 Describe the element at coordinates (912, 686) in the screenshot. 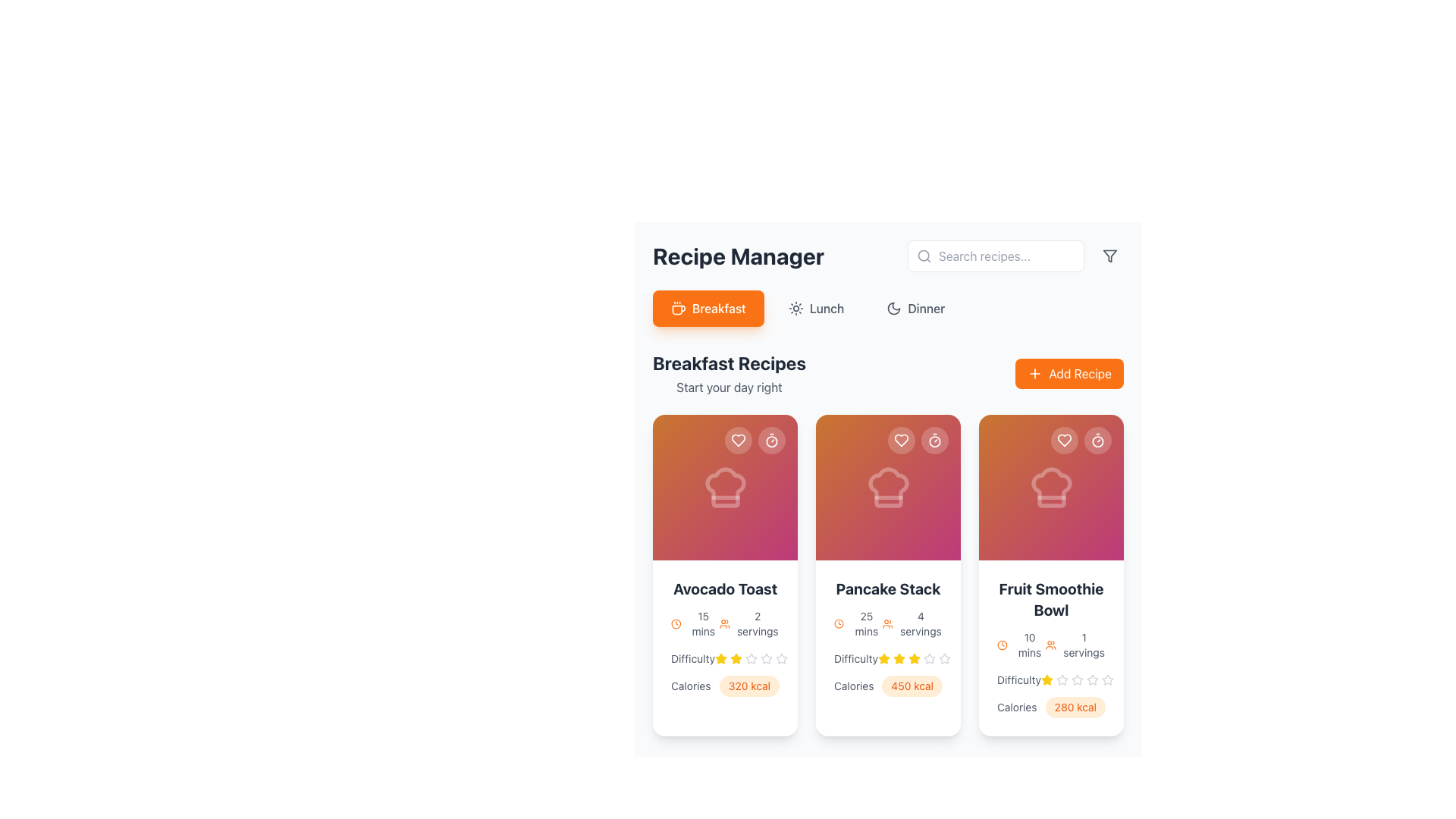

I see `the pill-shaped text badge displaying '450 kcal' with orange text on a light orange background, located in the 'Calories' section of the 'Pancake Stack' recipe card` at that location.